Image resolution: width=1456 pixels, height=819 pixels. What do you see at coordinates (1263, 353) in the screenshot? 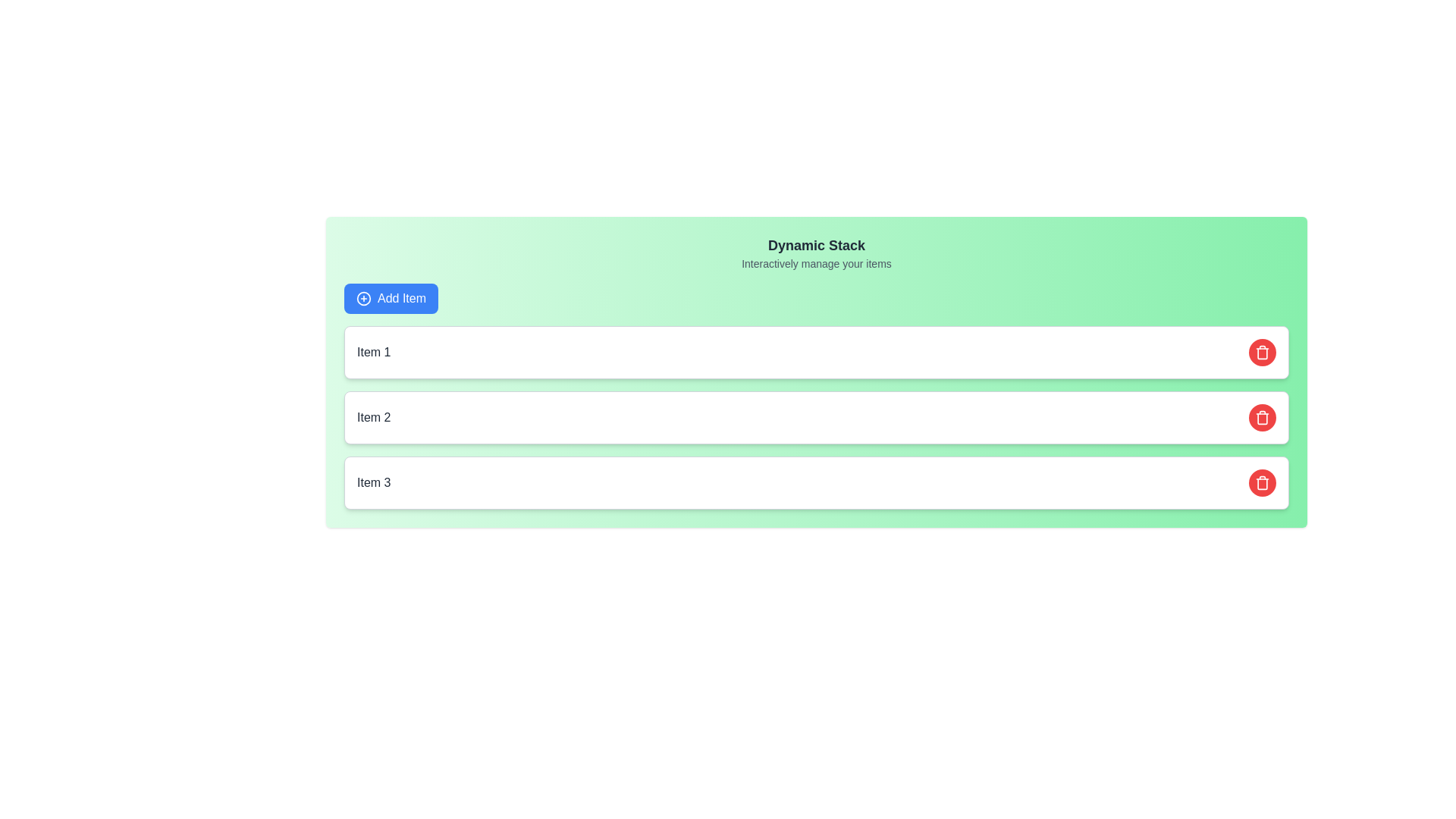
I see `the delete button for 'Item 1' to trigger the hover effect` at bounding box center [1263, 353].